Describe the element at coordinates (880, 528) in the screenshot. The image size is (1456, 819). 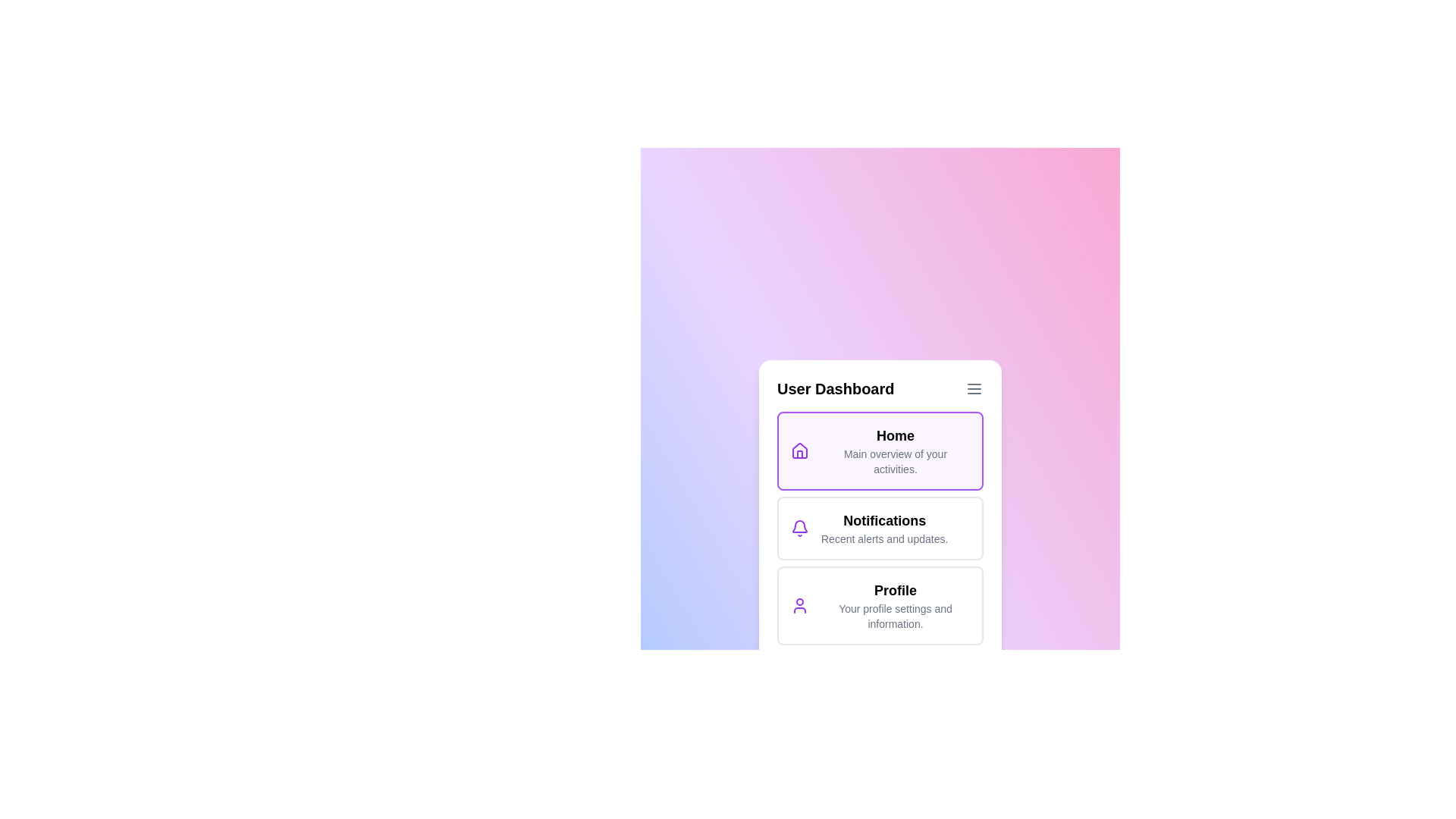
I see `the menu item Notifications to navigate` at that location.